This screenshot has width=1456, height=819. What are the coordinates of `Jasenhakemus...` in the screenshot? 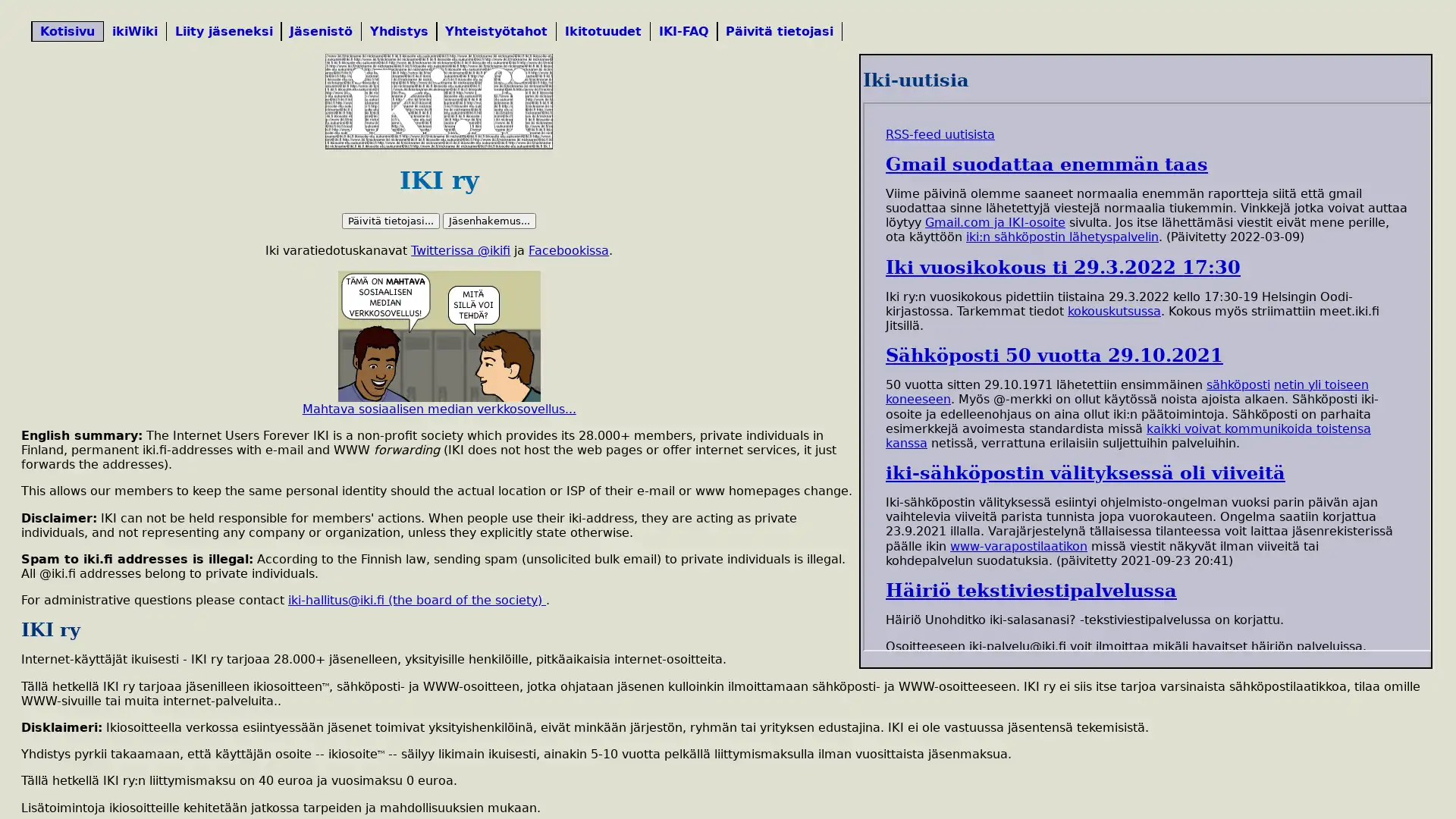 It's located at (489, 221).